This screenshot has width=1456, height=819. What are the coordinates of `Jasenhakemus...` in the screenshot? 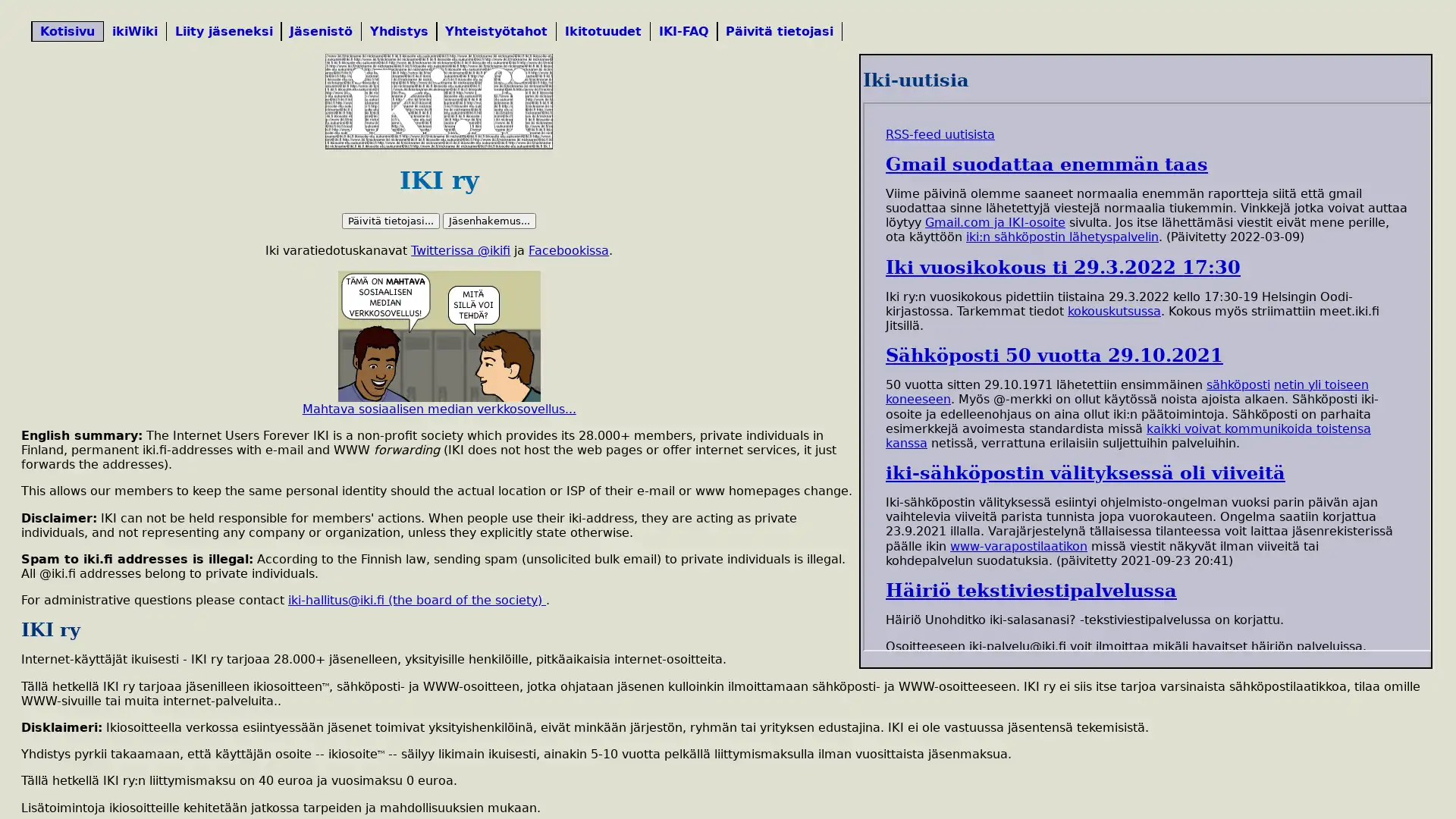 It's located at (489, 221).